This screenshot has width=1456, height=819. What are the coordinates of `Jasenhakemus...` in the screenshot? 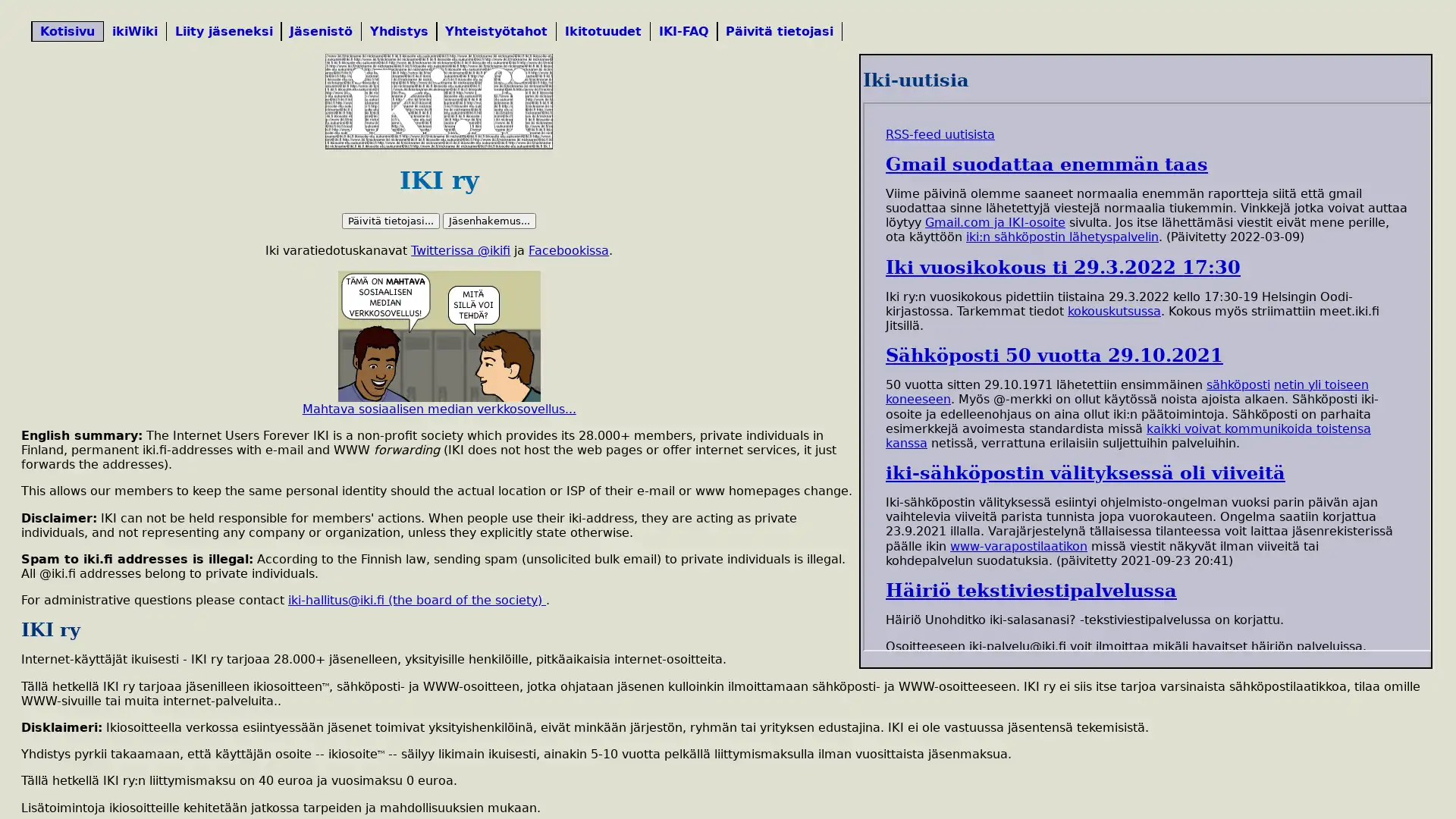 It's located at (489, 221).